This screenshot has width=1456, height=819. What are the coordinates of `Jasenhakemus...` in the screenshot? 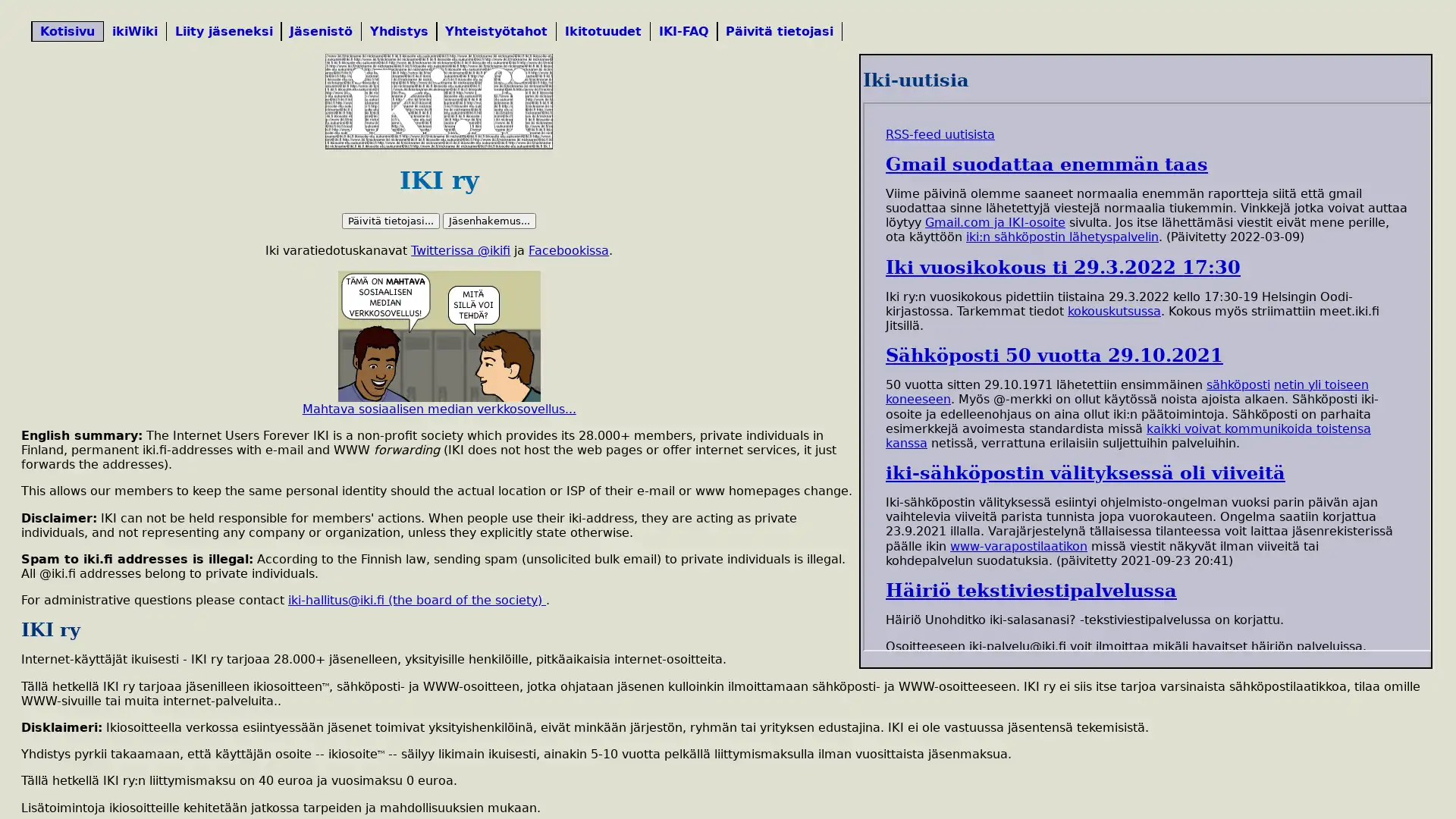 It's located at (489, 221).